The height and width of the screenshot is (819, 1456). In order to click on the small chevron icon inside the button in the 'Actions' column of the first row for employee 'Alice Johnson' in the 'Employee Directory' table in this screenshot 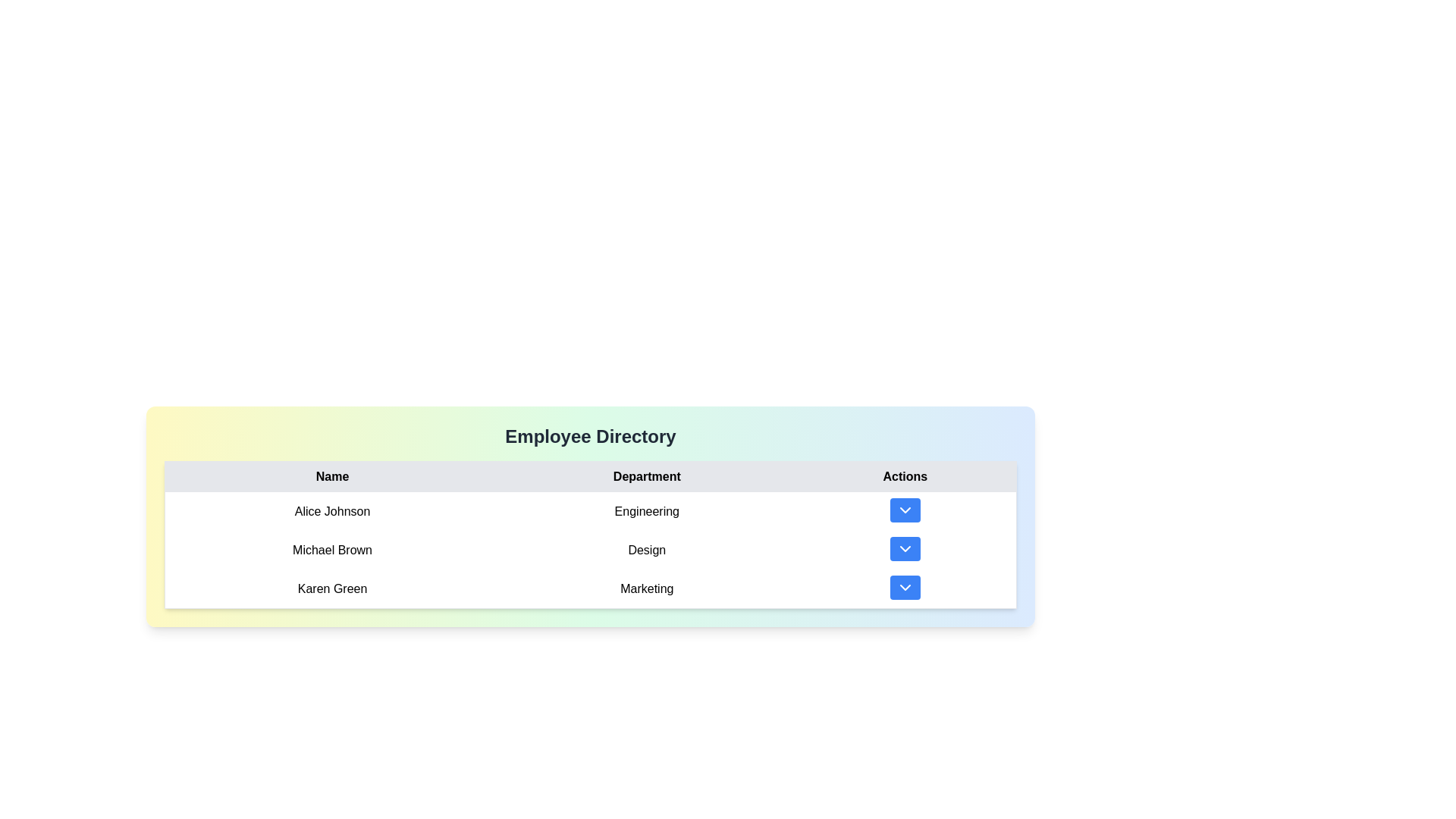, I will do `click(905, 510)`.